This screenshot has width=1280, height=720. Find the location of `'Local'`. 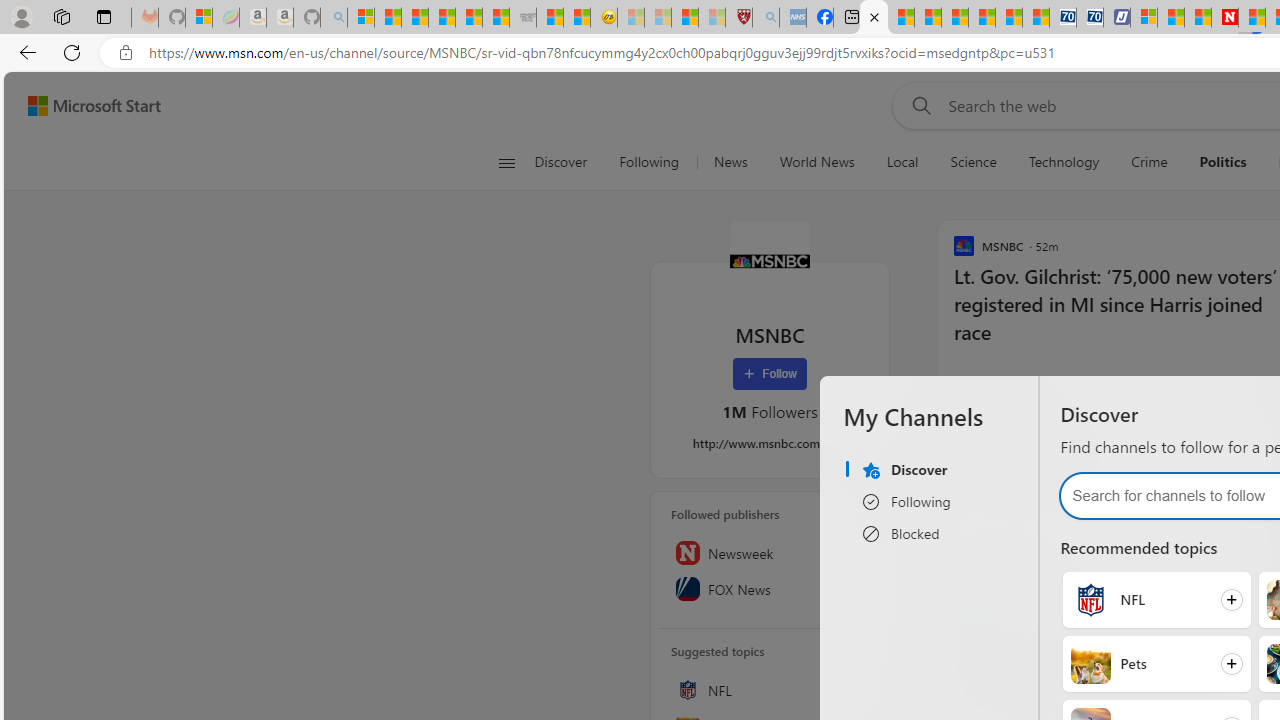

'Local' is located at coordinates (901, 162).